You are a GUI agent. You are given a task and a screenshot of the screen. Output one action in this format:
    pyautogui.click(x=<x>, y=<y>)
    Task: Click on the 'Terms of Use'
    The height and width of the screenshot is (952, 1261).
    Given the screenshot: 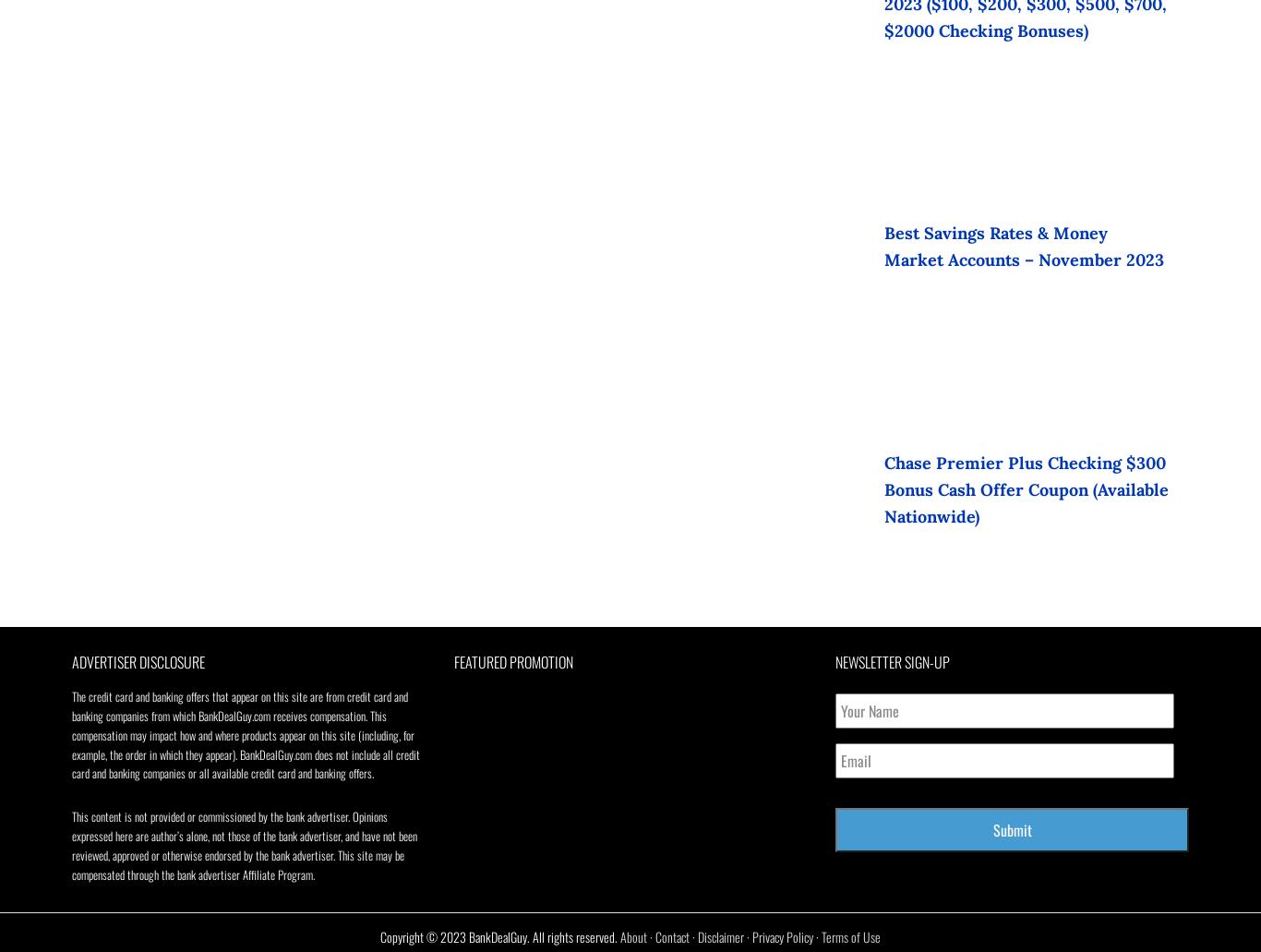 What is the action you would take?
    pyautogui.click(x=820, y=935)
    